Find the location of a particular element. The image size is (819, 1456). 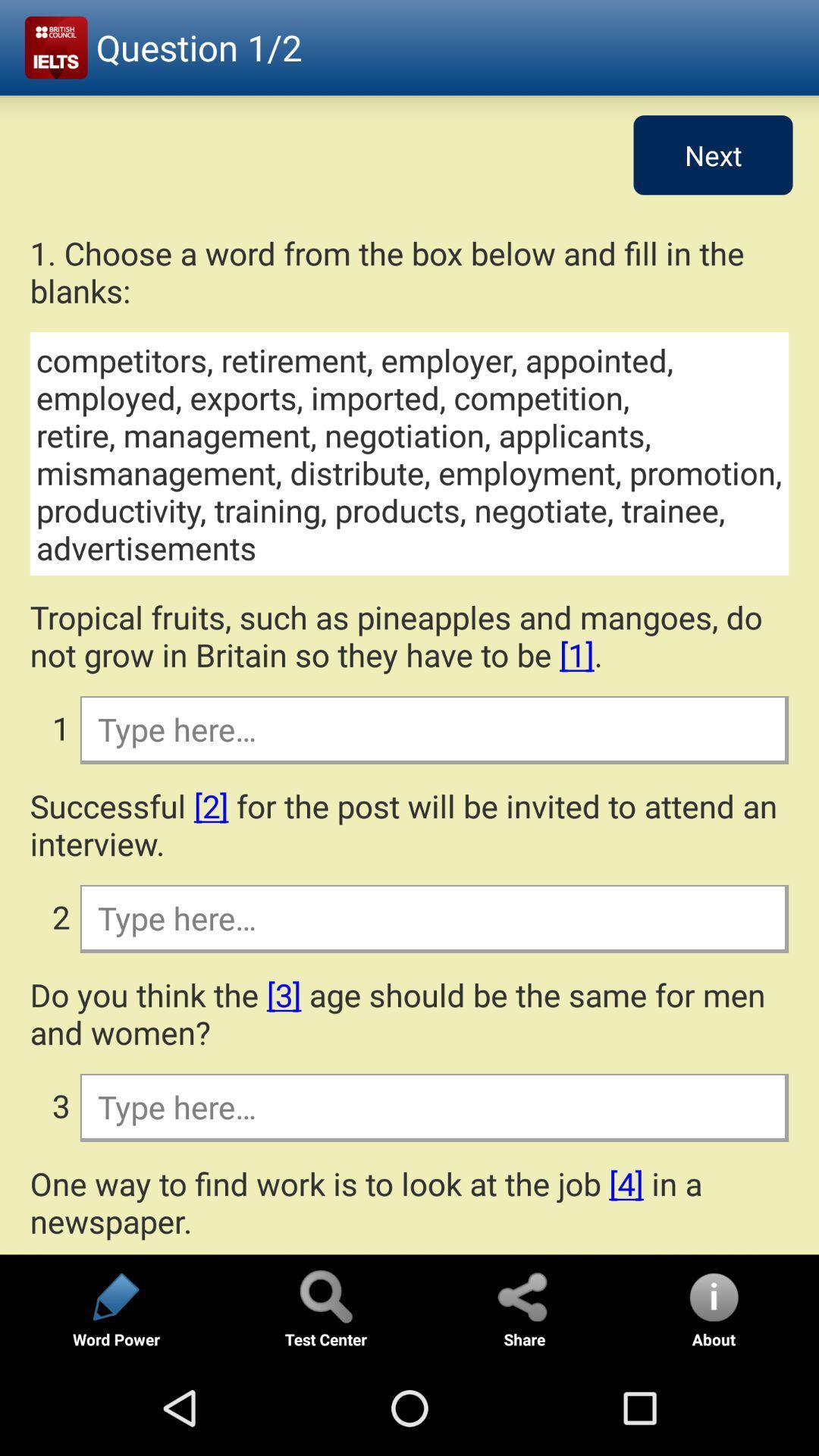

the next button is located at coordinates (713, 155).